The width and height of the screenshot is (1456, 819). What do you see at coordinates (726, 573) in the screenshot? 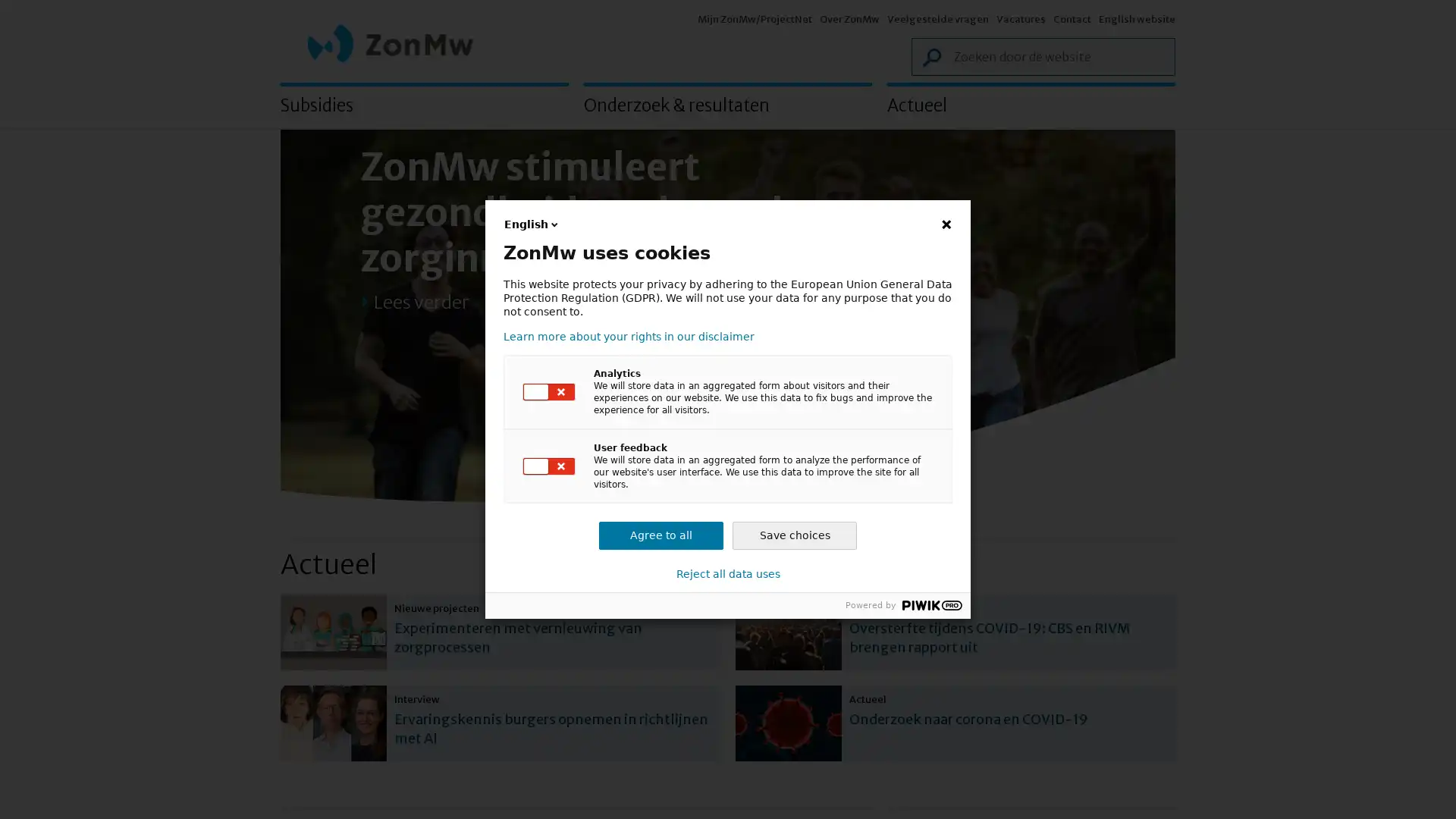
I see `Reject all data uses` at bounding box center [726, 573].